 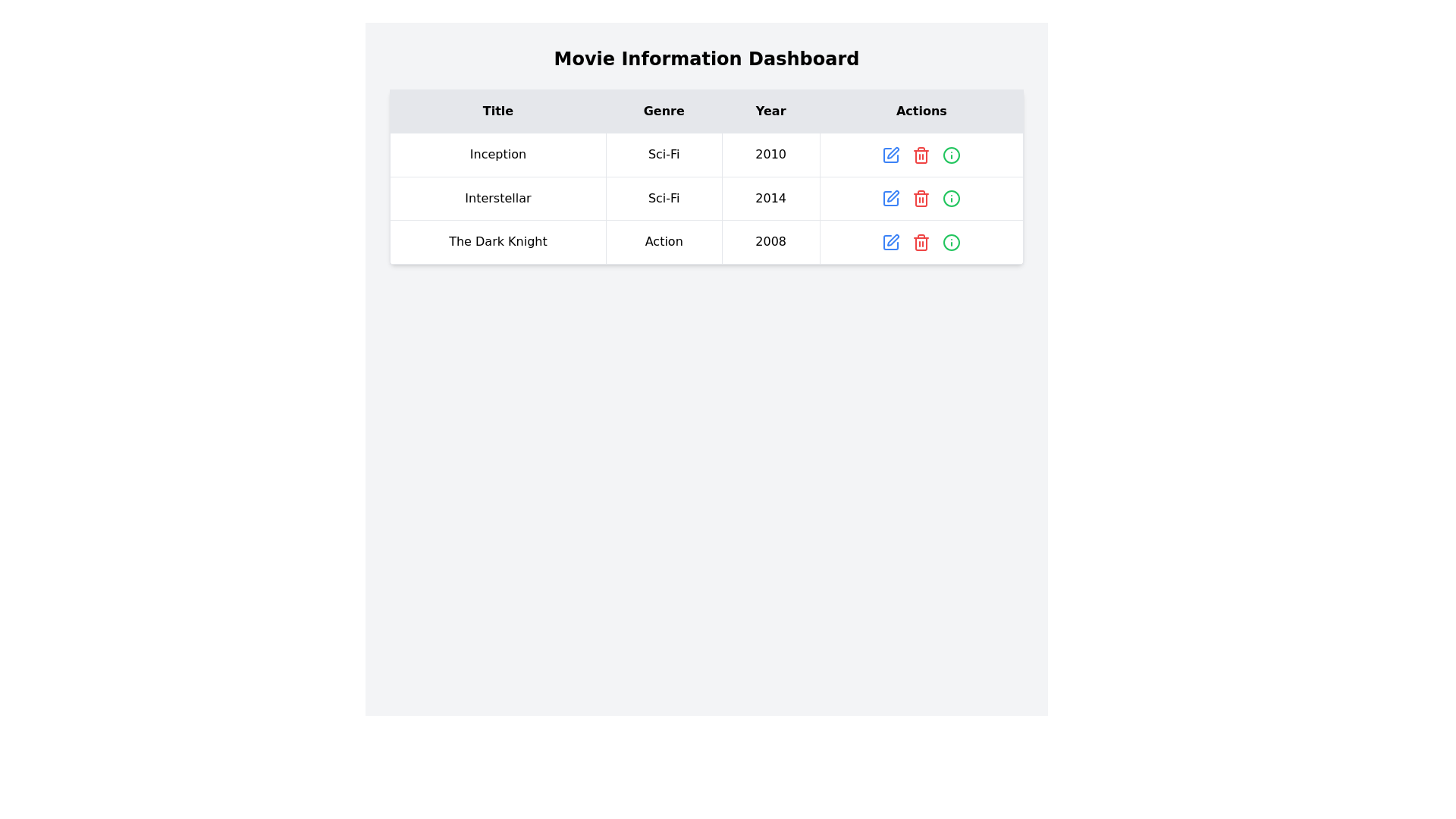 What do you see at coordinates (891, 155) in the screenshot?
I see `the edit action icon represented by a pen in the first row of the table under the 'Actions' column for the movie 'Inception' to navigate` at bounding box center [891, 155].